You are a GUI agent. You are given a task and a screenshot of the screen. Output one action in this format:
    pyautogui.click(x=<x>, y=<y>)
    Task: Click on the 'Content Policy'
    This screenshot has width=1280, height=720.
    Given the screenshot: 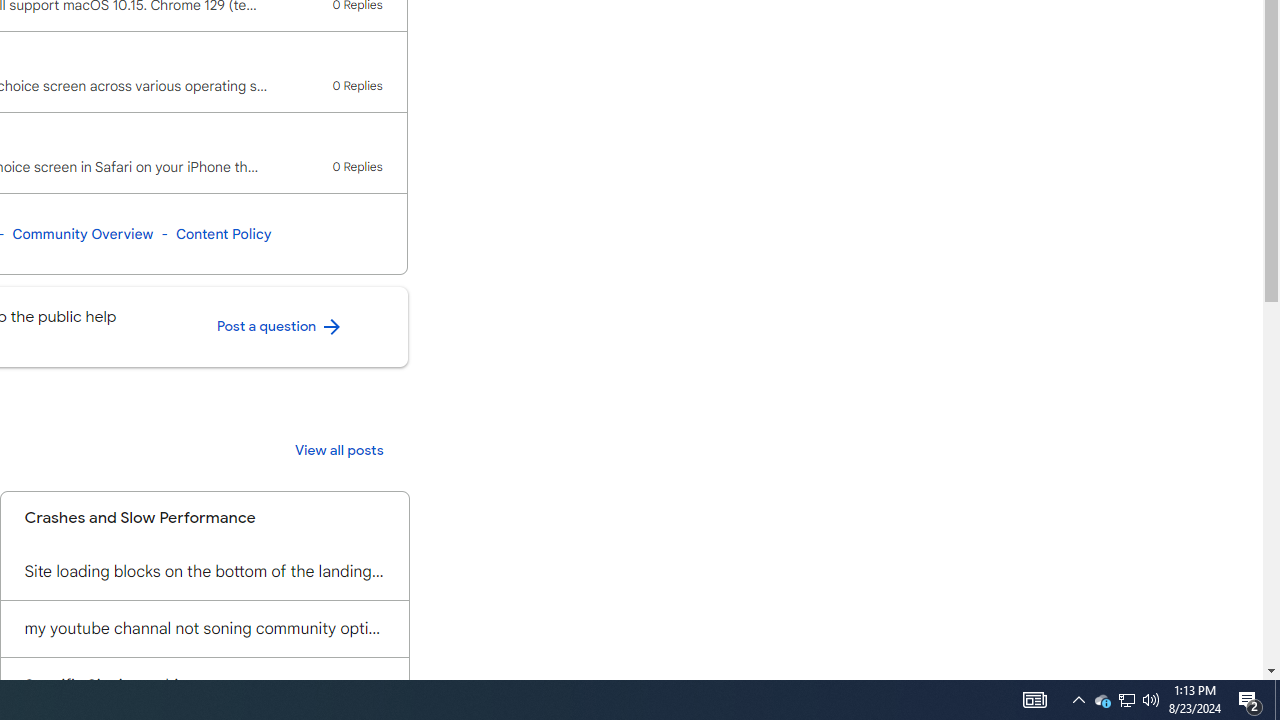 What is the action you would take?
    pyautogui.click(x=223, y=233)
    